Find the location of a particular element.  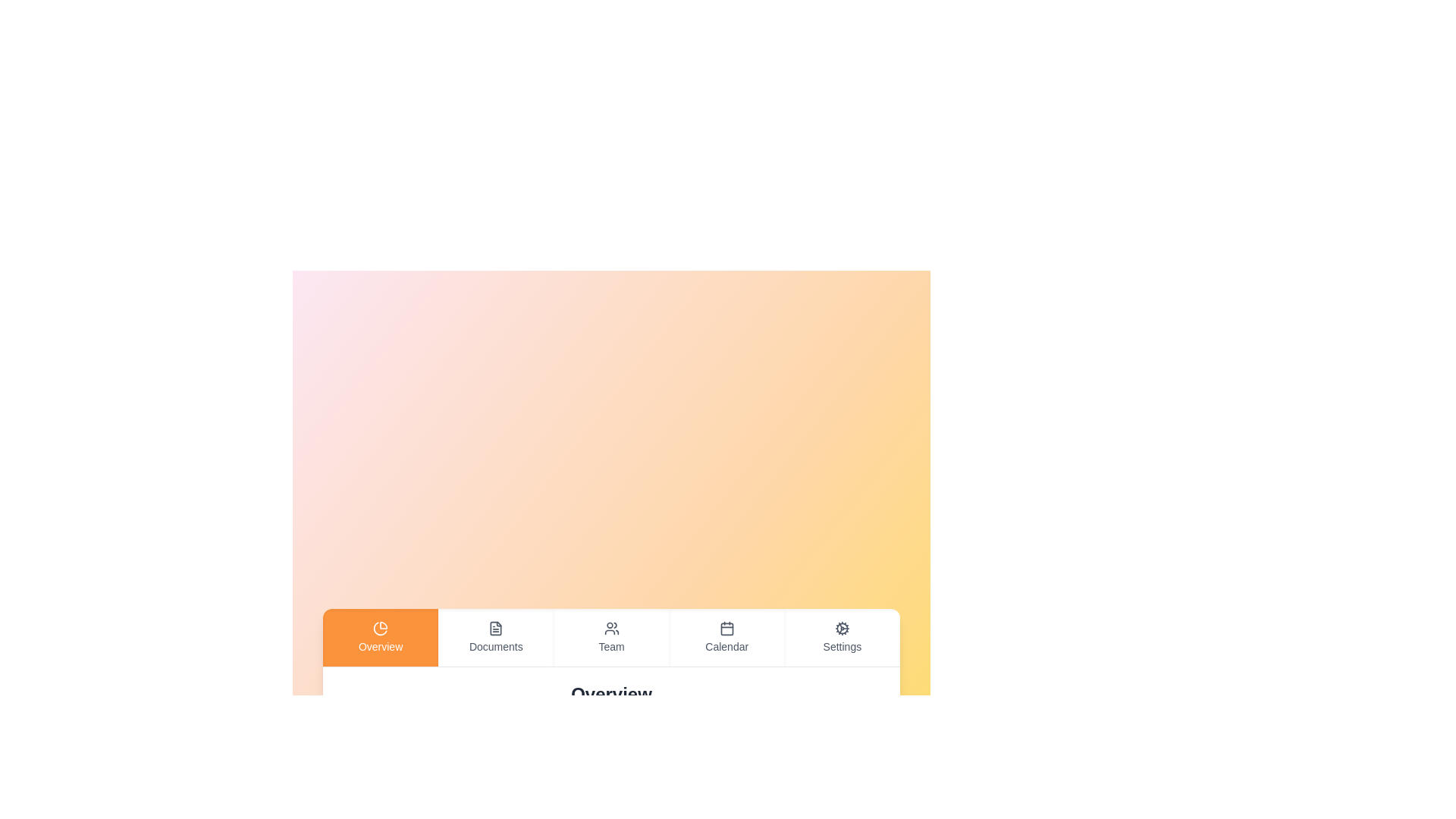

the document icon in the 'Documents' section of the bottom navigation bar is located at coordinates (496, 628).